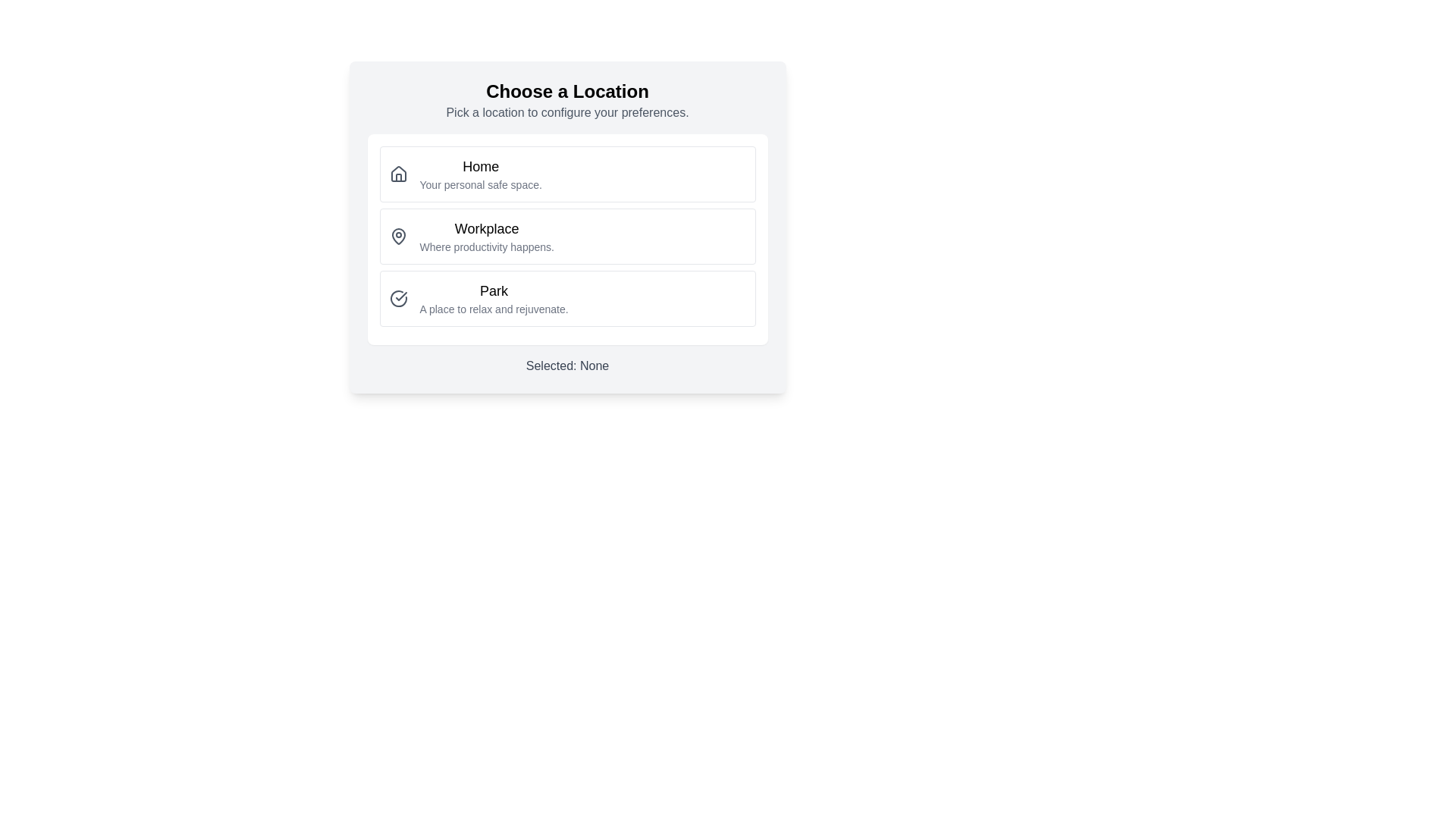 The height and width of the screenshot is (819, 1456). What do you see at coordinates (566, 174) in the screenshot?
I see `the 'Home' selectable menu option, which is the first option in the 'Choose a Location' menu` at bounding box center [566, 174].